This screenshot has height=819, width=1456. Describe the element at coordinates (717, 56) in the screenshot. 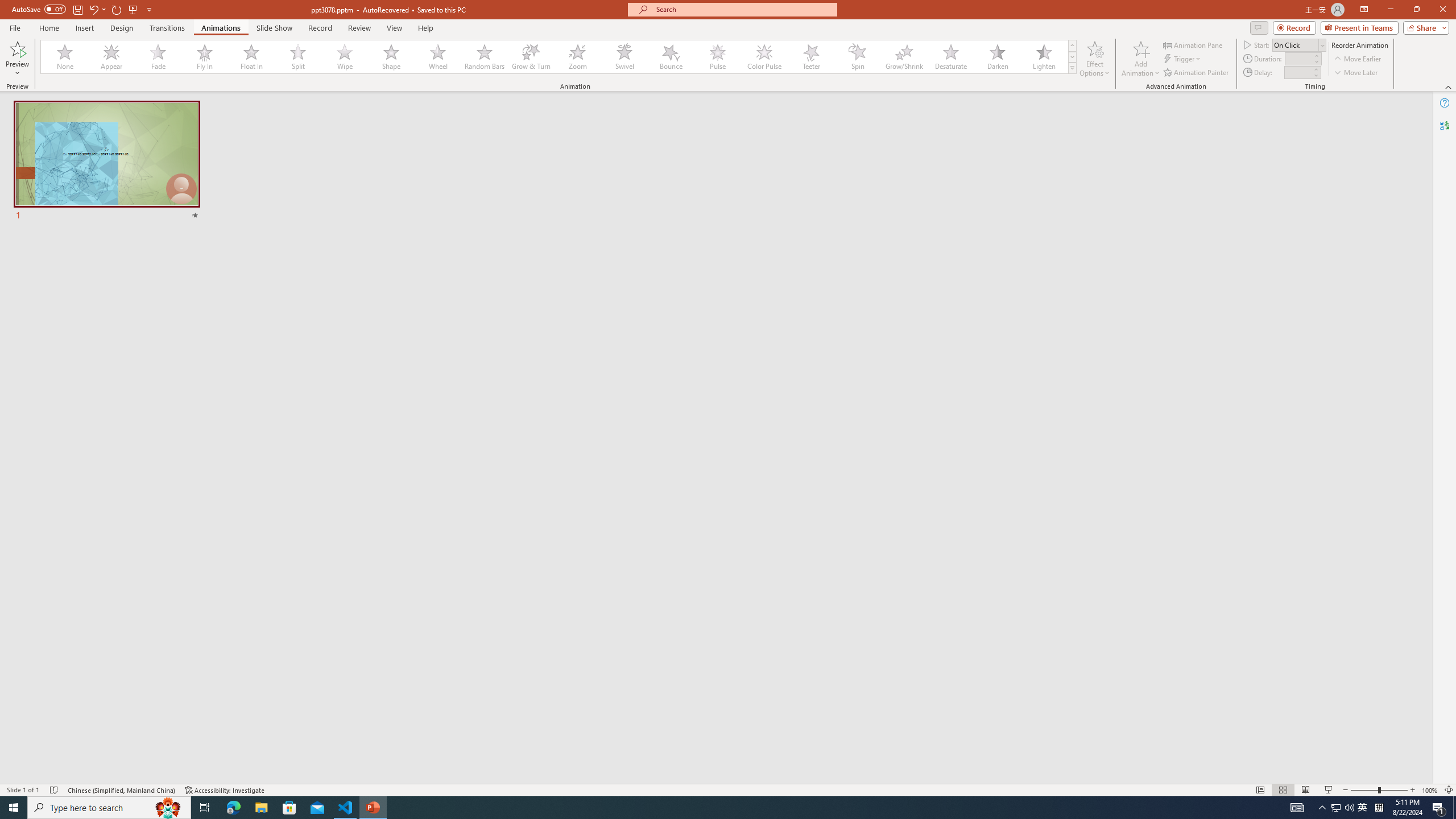

I see `'Pulse'` at that location.